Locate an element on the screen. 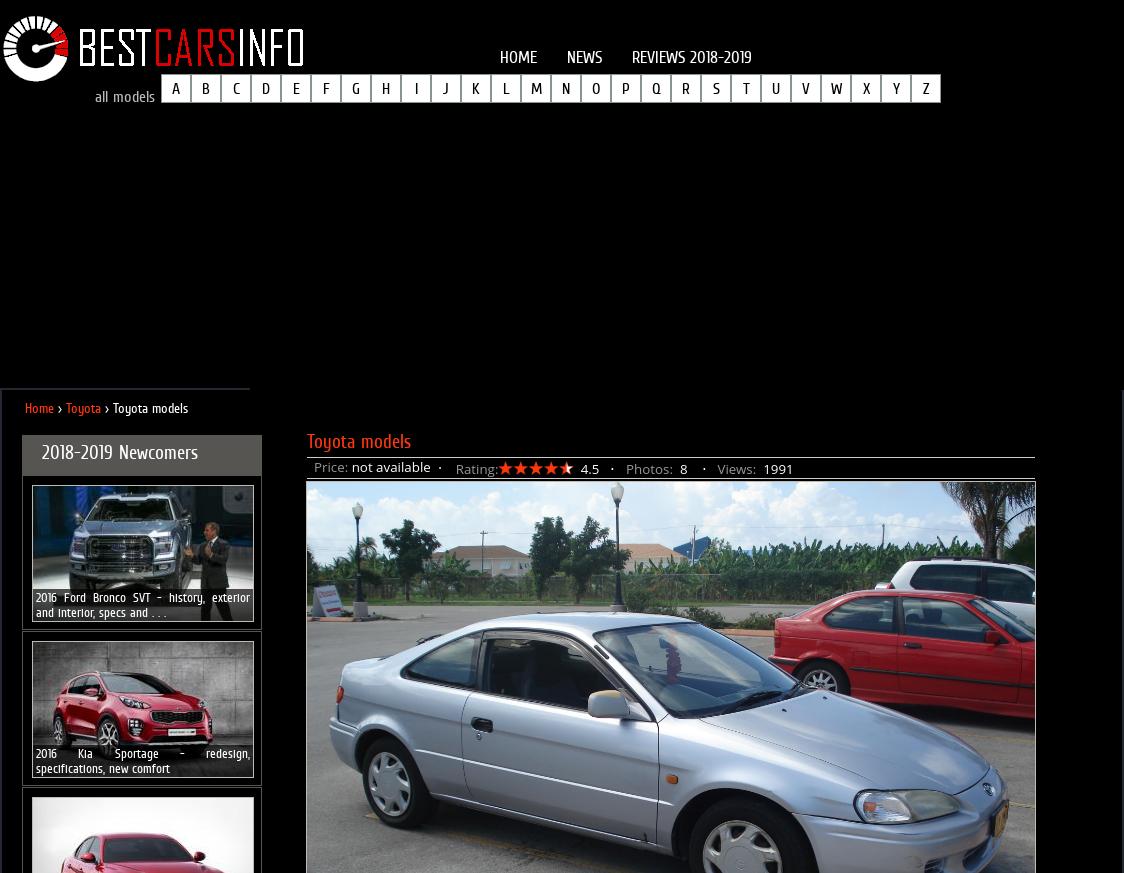 The width and height of the screenshot is (1124, 873). 'all models' is located at coordinates (123, 96).